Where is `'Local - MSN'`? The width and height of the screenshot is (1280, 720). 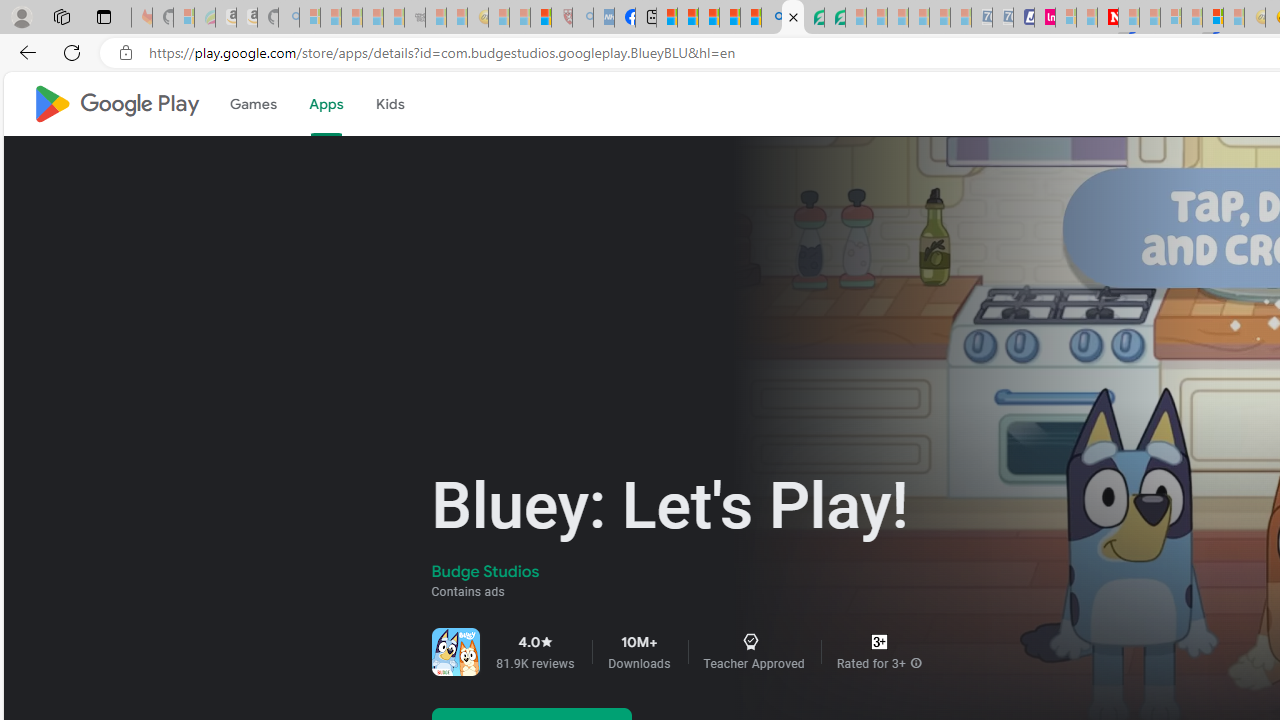
'Local - MSN' is located at coordinates (541, 17).